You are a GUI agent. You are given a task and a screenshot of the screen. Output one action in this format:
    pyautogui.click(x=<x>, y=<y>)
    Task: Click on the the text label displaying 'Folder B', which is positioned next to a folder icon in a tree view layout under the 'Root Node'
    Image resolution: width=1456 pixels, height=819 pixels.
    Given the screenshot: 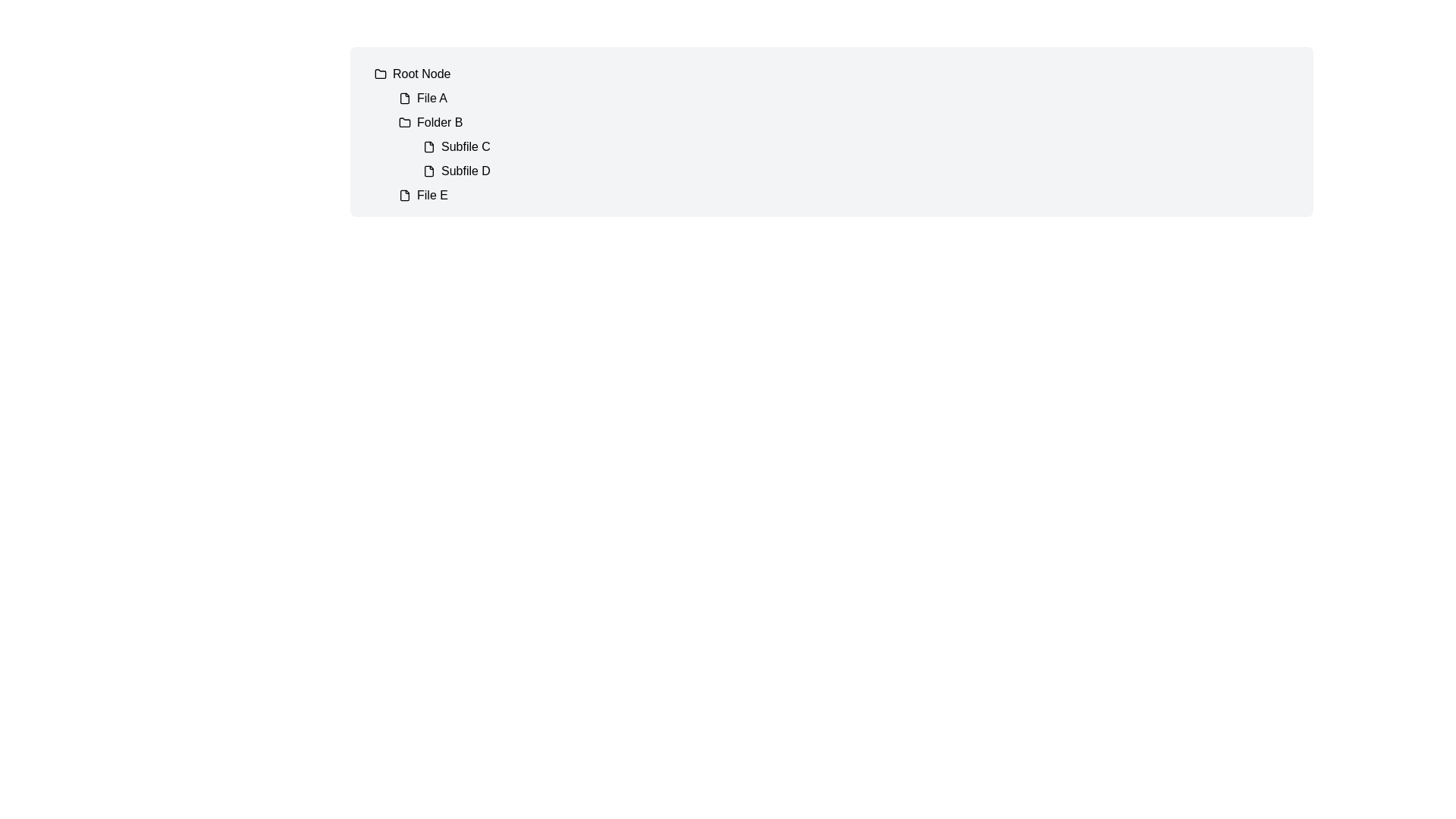 What is the action you would take?
    pyautogui.click(x=439, y=122)
    